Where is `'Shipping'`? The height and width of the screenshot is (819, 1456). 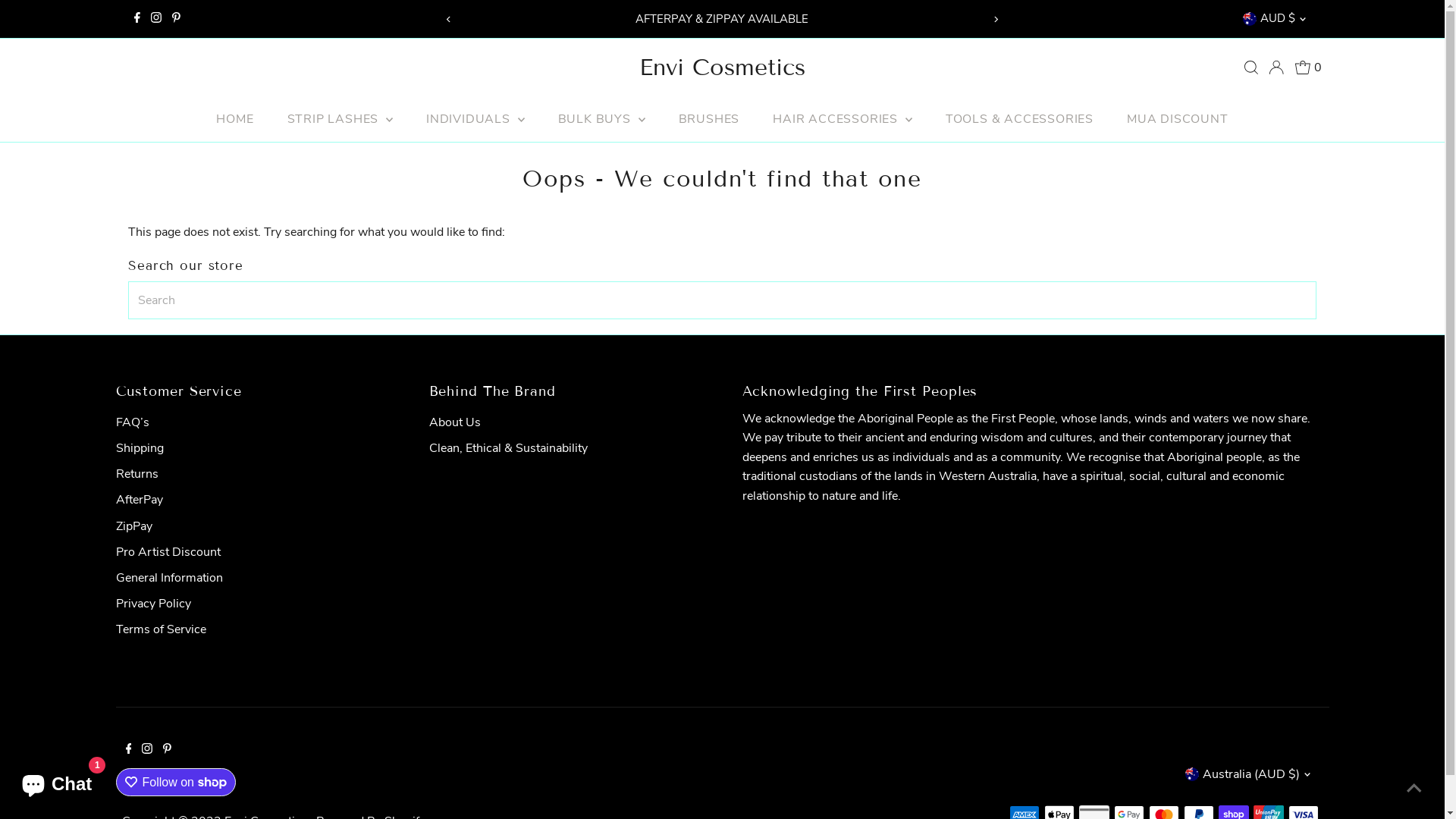
'Shipping' is located at coordinates (115, 447).